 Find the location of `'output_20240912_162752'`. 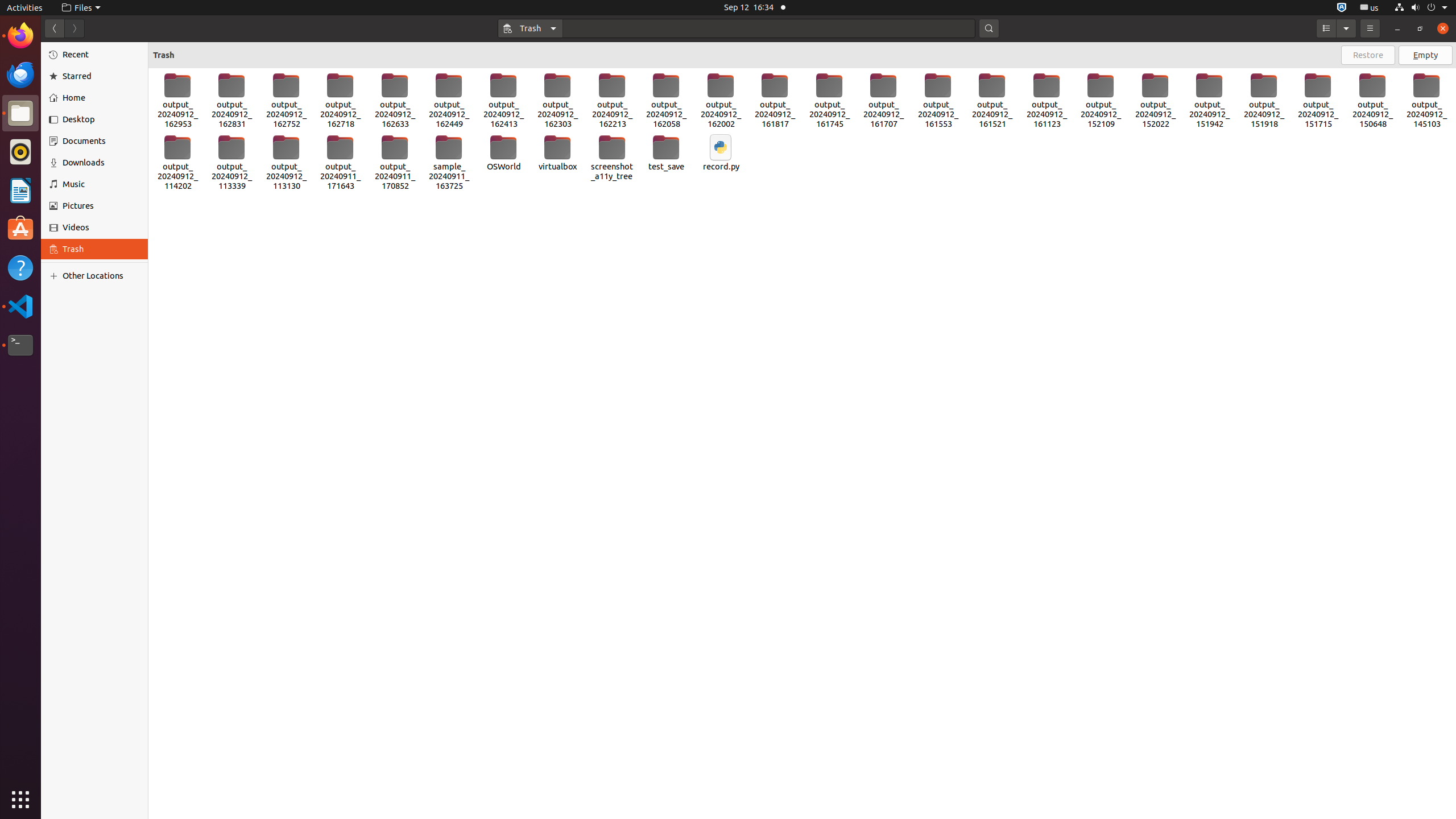

'output_20240912_162752' is located at coordinates (286, 100).